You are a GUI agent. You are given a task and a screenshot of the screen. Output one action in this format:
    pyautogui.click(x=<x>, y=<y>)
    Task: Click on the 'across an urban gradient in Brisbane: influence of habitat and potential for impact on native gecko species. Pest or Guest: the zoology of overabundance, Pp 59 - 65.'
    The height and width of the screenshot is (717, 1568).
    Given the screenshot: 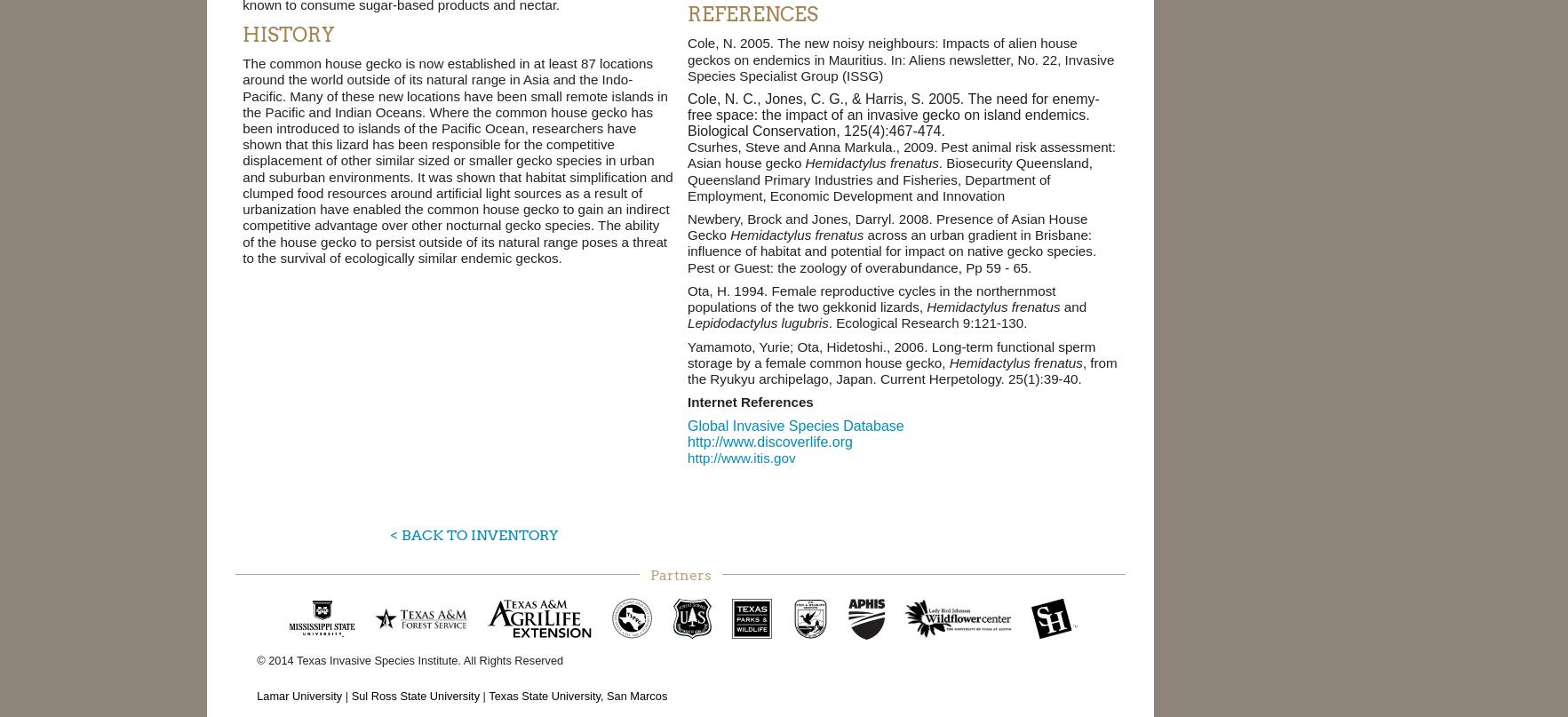 What is the action you would take?
    pyautogui.click(x=891, y=250)
    